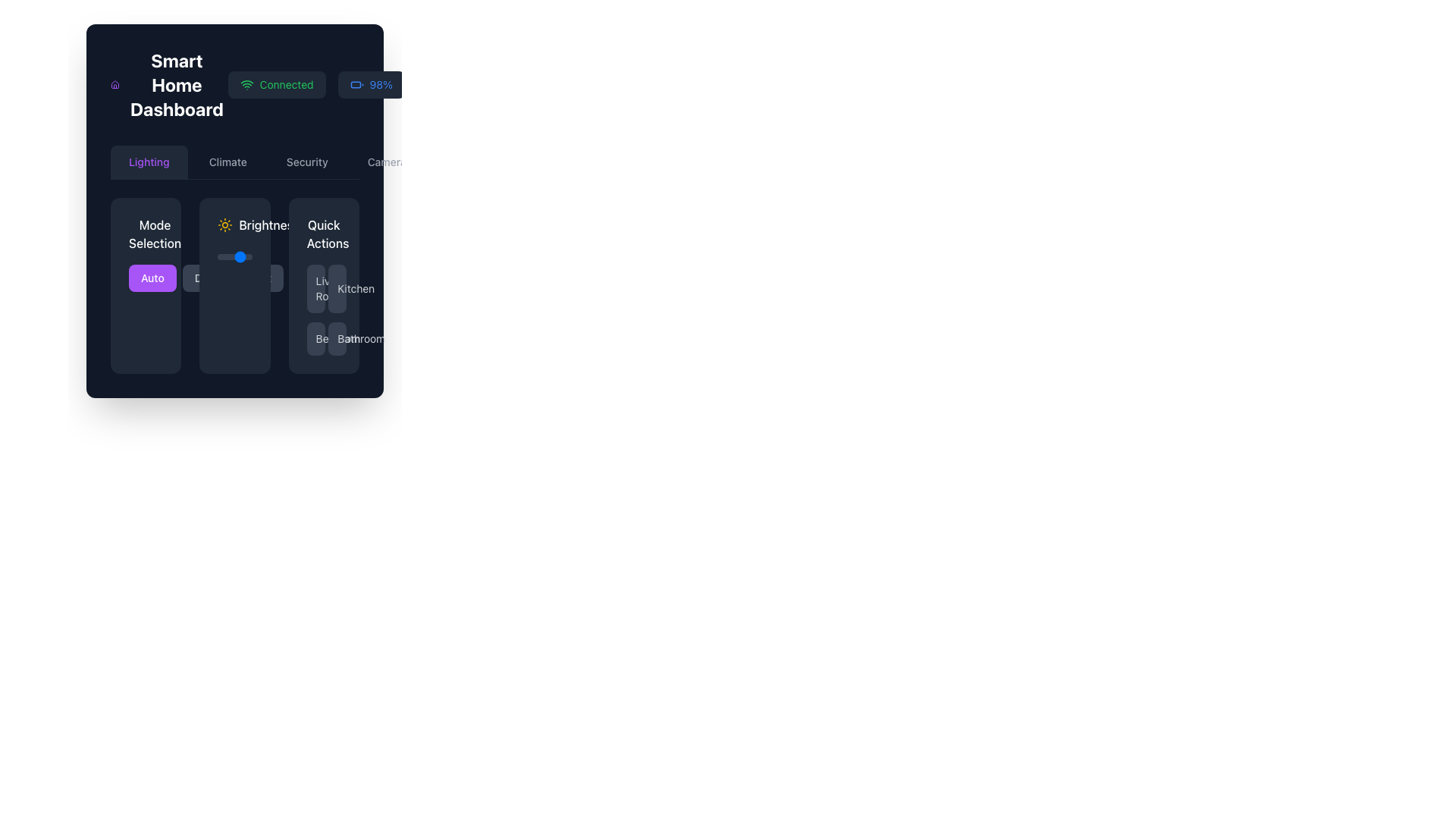 The width and height of the screenshot is (1456, 819). I want to click on the sun icon located at the top-left corner of the 'Brightness' card, so click(224, 225).